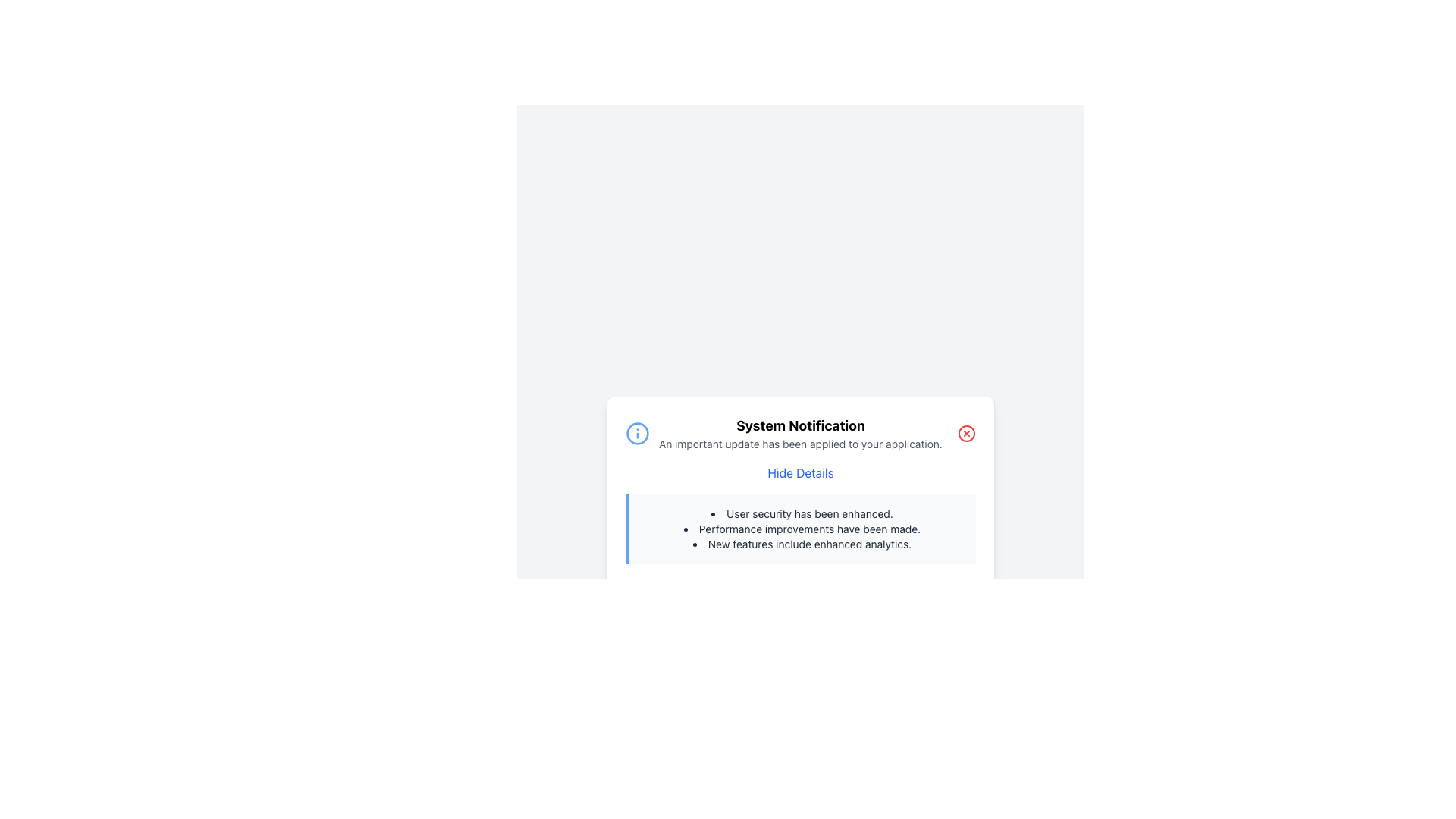  I want to click on the bulleted list of updates in the notification box to focus on it, so click(801, 529).